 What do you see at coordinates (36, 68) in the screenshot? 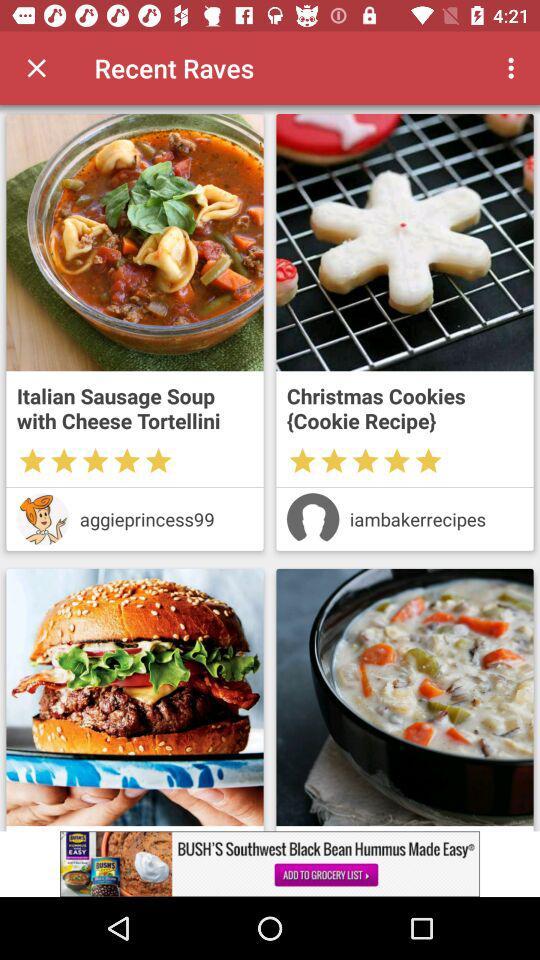
I see `close` at bounding box center [36, 68].